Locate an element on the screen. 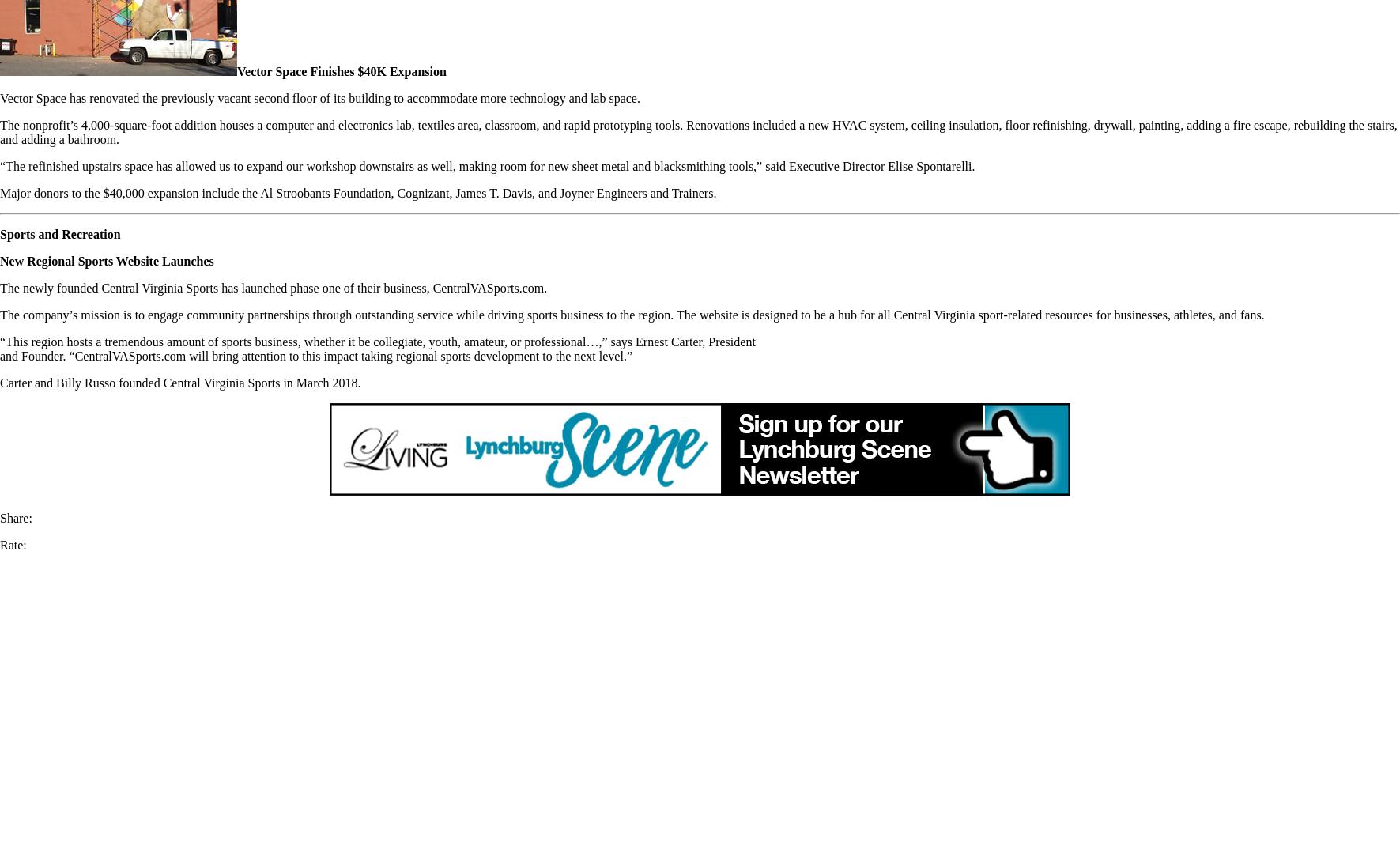 Image resolution: width=1400 pixels, height=842 pixels. 'The nonprofit’s 4,000-square-foot addition houses a computer and electronics lab, textiles area, classroom, and rapid prototyping tools. Renovations included a new HVAC system, ceiling insulation, floor refinishing, drywall, painting, adding a fire escape, rebuilding the stairs, and adding a bathroom.' is located at coordinates (697, 131).